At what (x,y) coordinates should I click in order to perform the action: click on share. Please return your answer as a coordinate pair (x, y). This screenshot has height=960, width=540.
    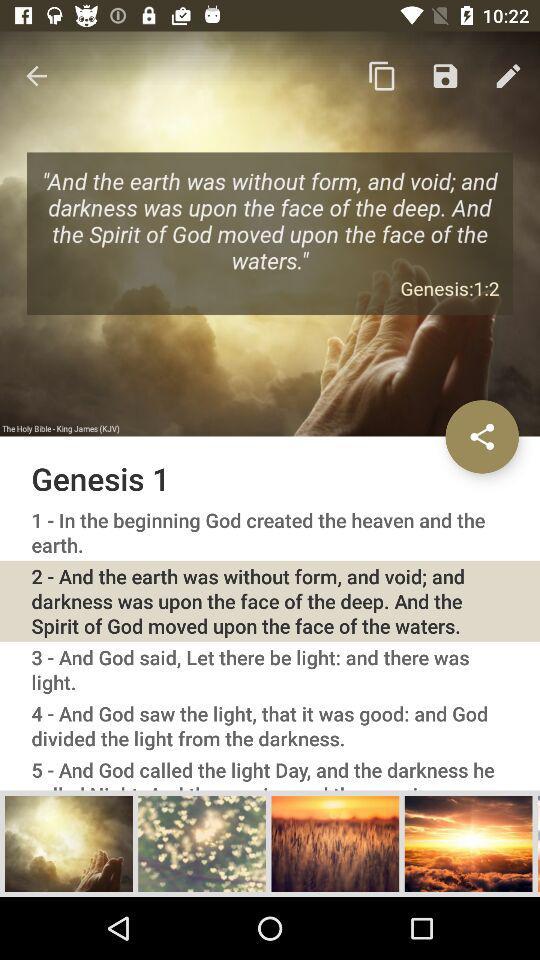
    Looking at the image, I should click on (481, 436).